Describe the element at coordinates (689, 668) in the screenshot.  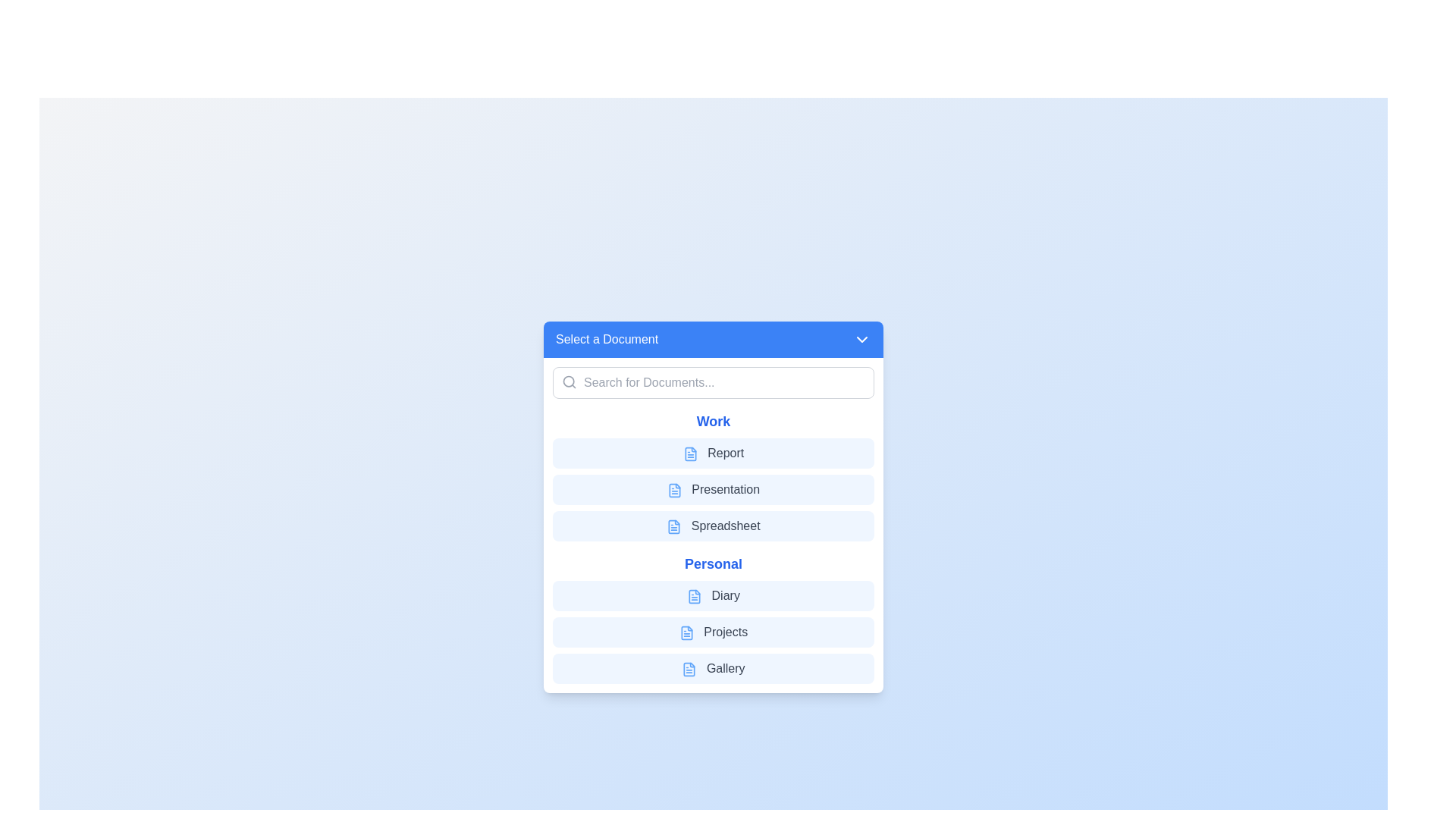
I see `the 'Gallery' icon located in the bottom section of the dropdown menu under 'Personal', which visually indicates the 'Gallery' option` at that location.